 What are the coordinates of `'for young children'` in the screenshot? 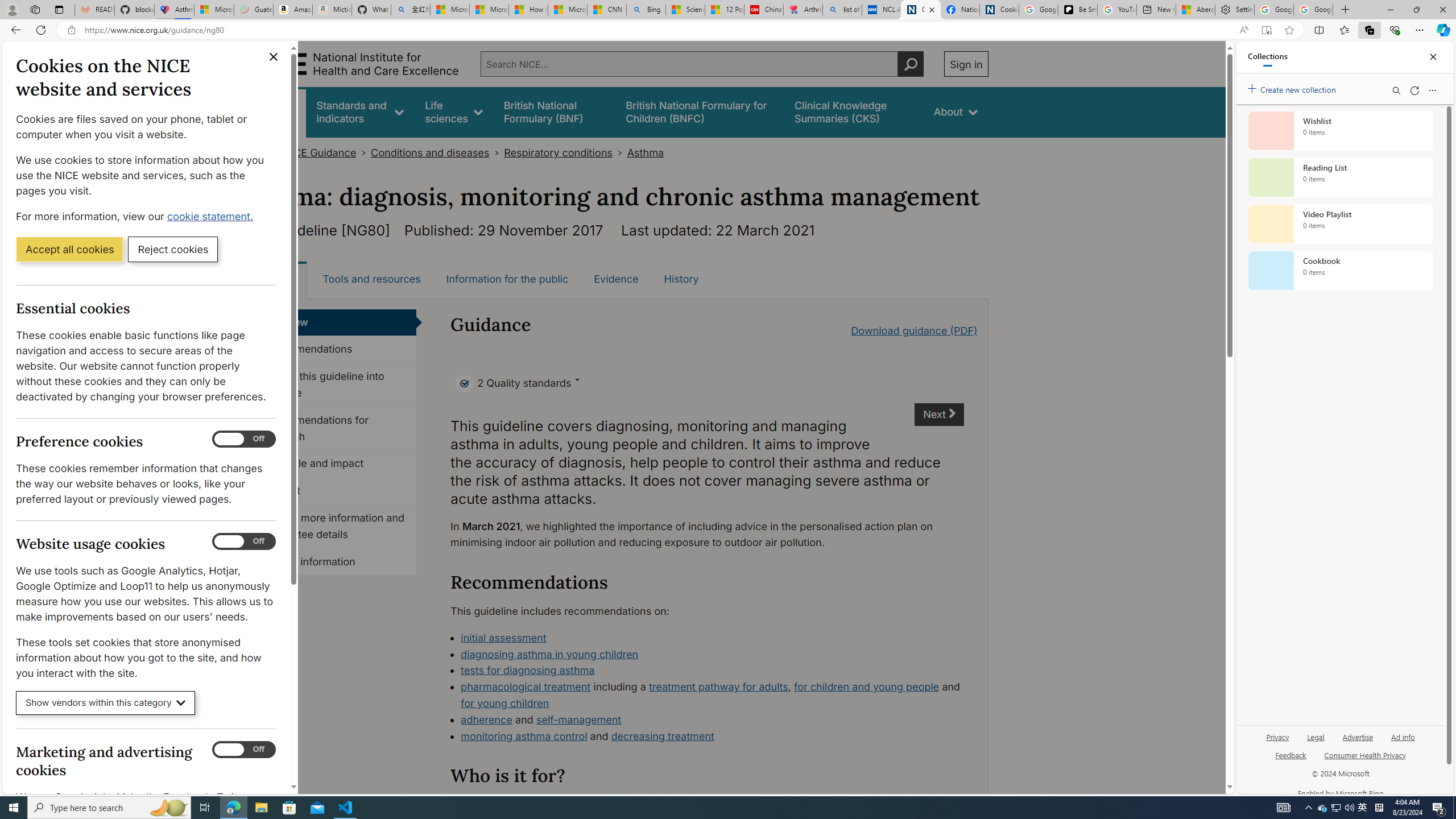 It's located at (504, 703).